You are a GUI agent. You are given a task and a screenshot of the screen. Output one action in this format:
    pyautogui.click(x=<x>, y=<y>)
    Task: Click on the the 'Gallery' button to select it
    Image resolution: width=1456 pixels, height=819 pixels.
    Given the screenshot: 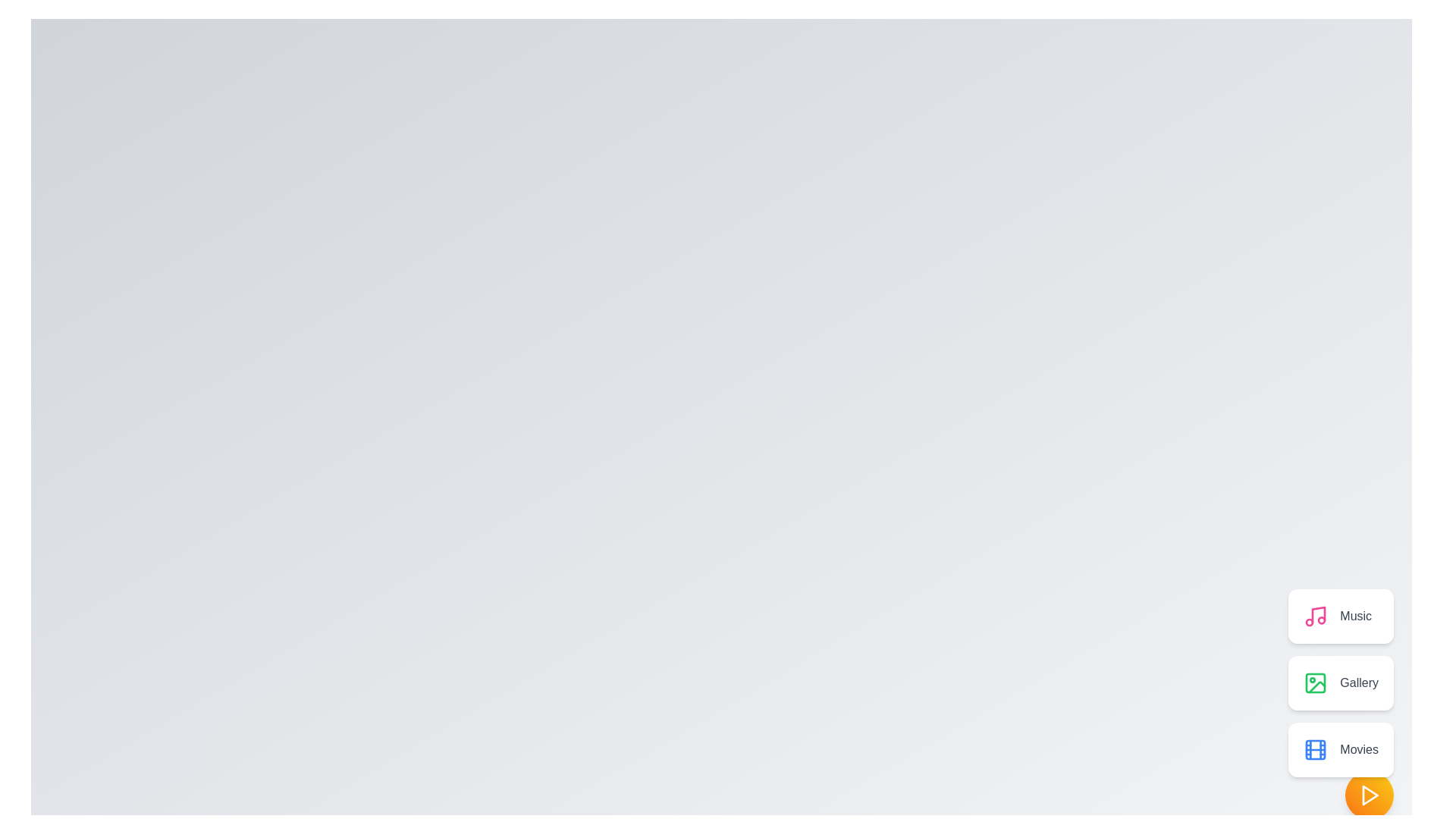 What is the action you would take?
    pyautogui.click(x=1340, y=683)
    